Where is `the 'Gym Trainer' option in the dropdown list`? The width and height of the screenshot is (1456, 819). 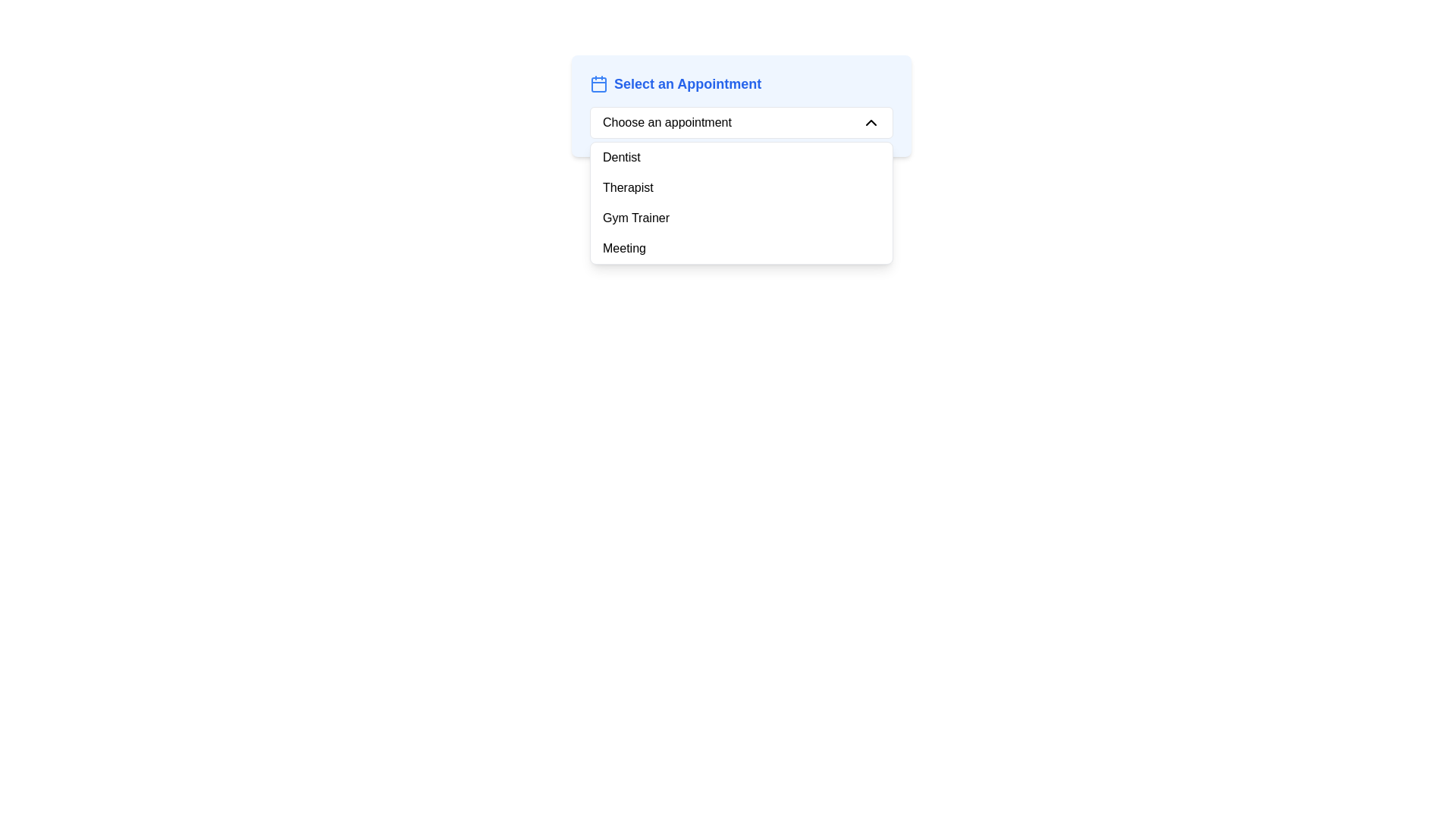 the 'Gym Trainer' option in the dropdown list is located at coordinates (742, 218).